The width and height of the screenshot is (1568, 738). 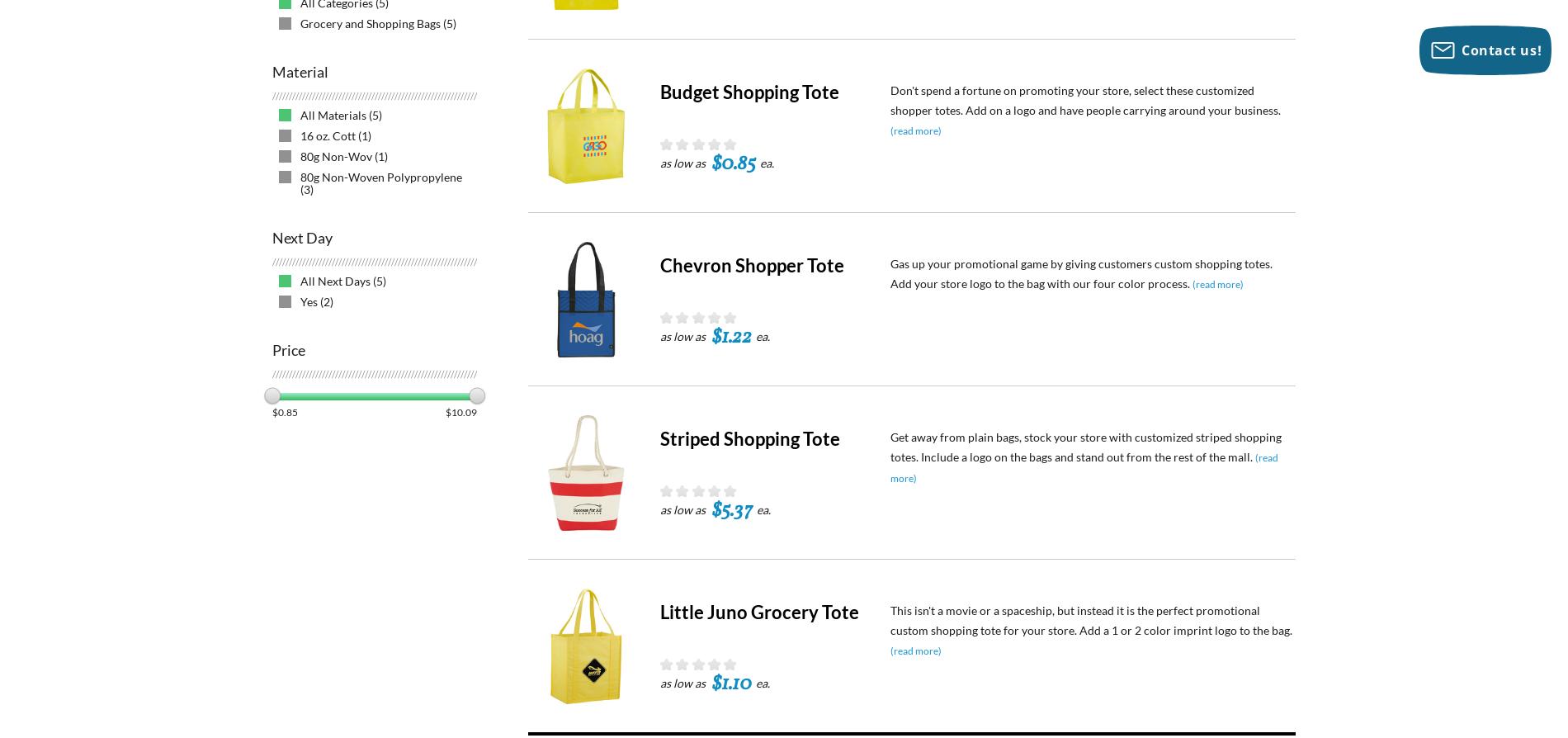 I want to click on 'Grocery and Shopping Bags (5)', so click(x=377, y=23).